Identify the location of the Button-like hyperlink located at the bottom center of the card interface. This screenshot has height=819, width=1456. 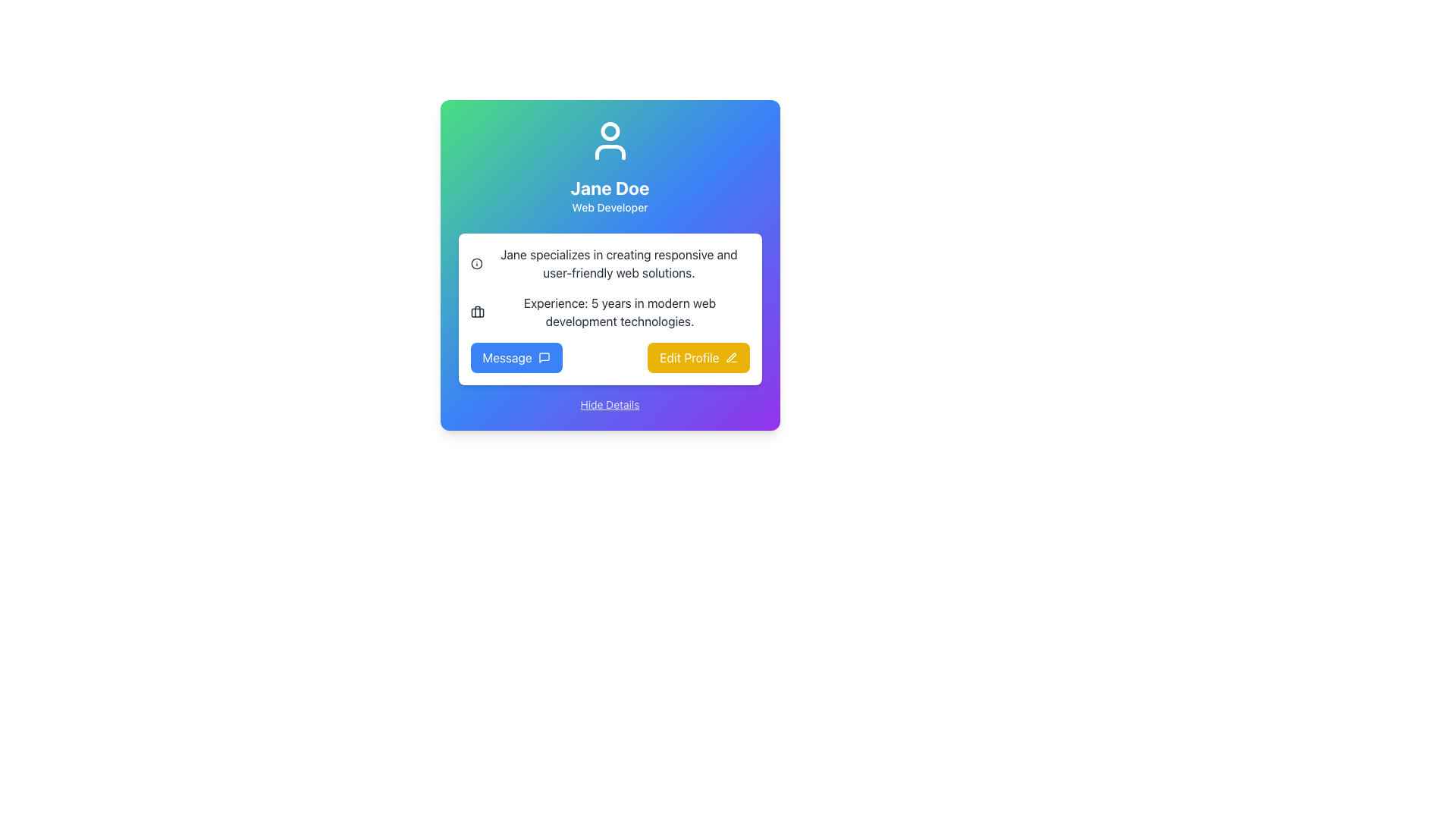
(610, 403).